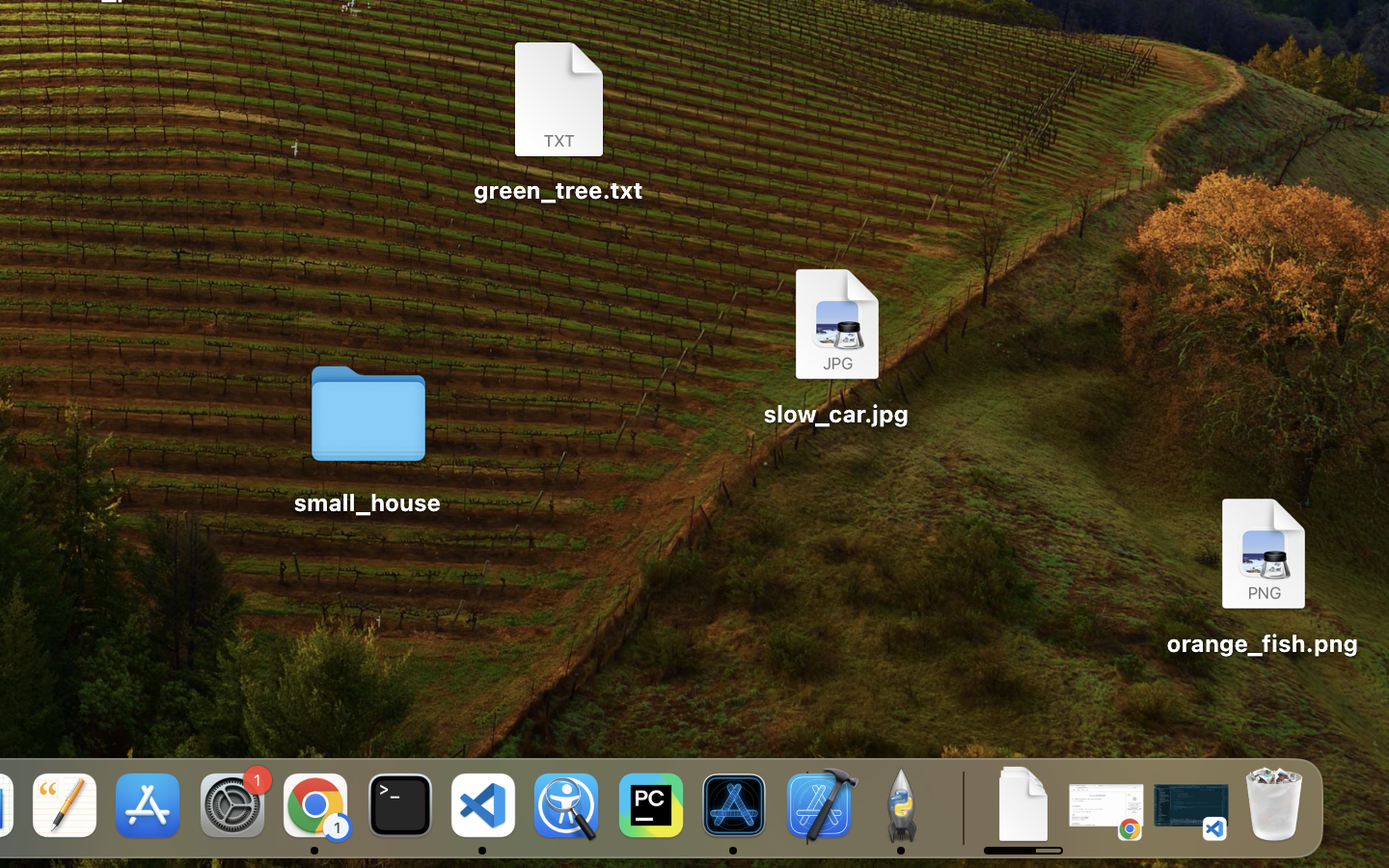 Image resolution: width=1389 pixels, height=868 pixels. What do you see at coordinates (961, 806) in the screenshot?
I see `'0.4285714328289032'` at bounding box center [961, 806].